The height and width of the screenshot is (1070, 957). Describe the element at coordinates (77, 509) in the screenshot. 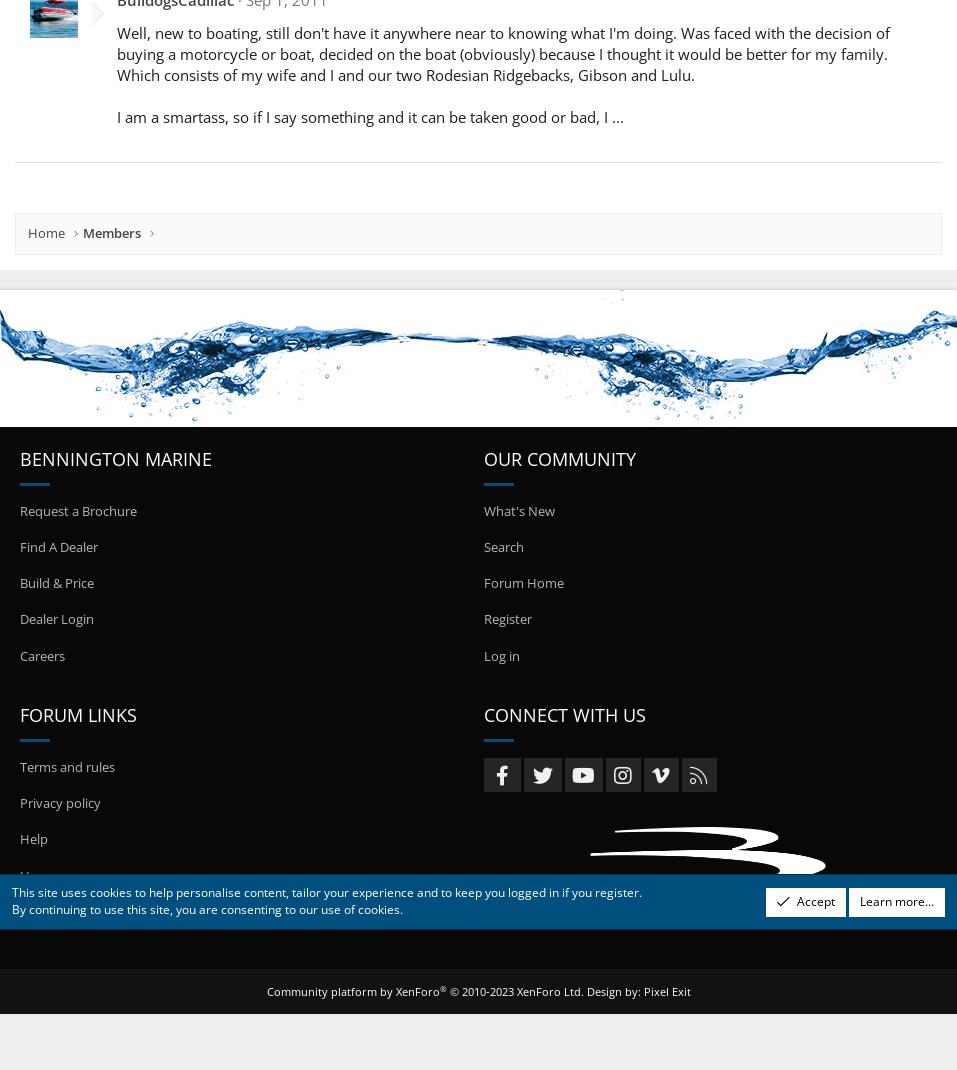

I see `'Request a Brochure'` at that location.